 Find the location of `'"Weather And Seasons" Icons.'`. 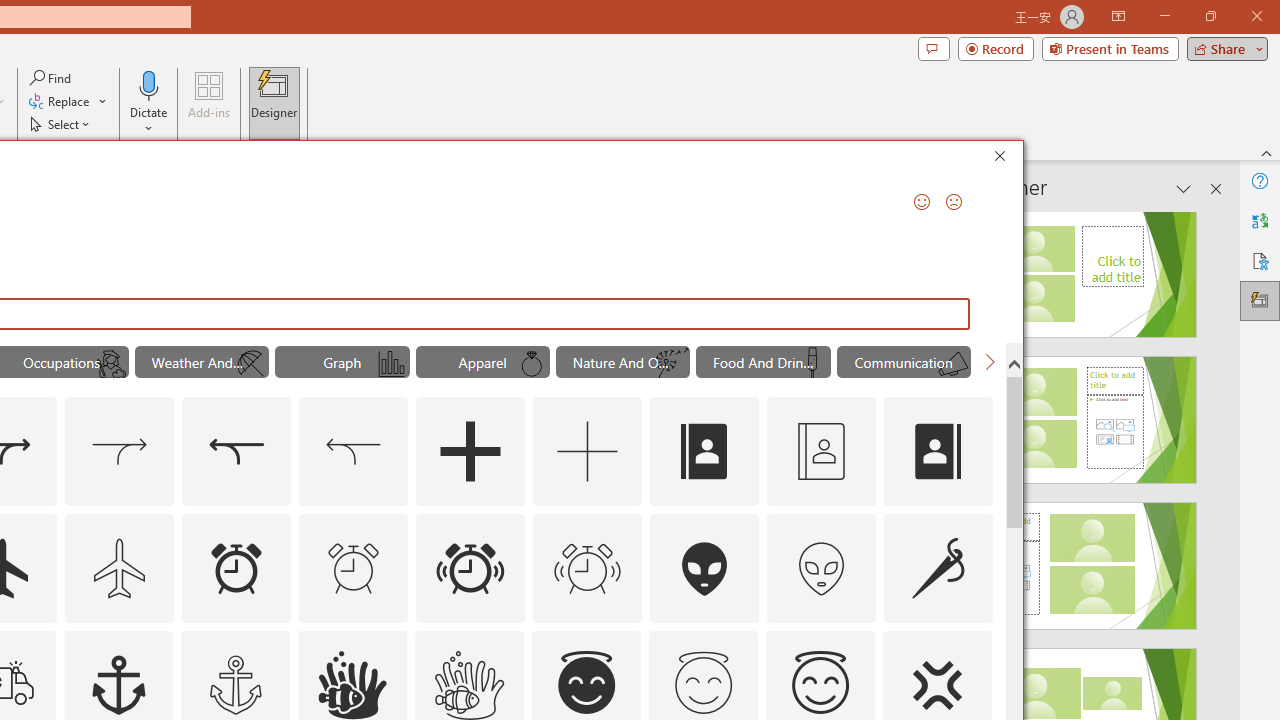

'"Weather And Seasons" Icons.' is located at coordinates (201, 362).